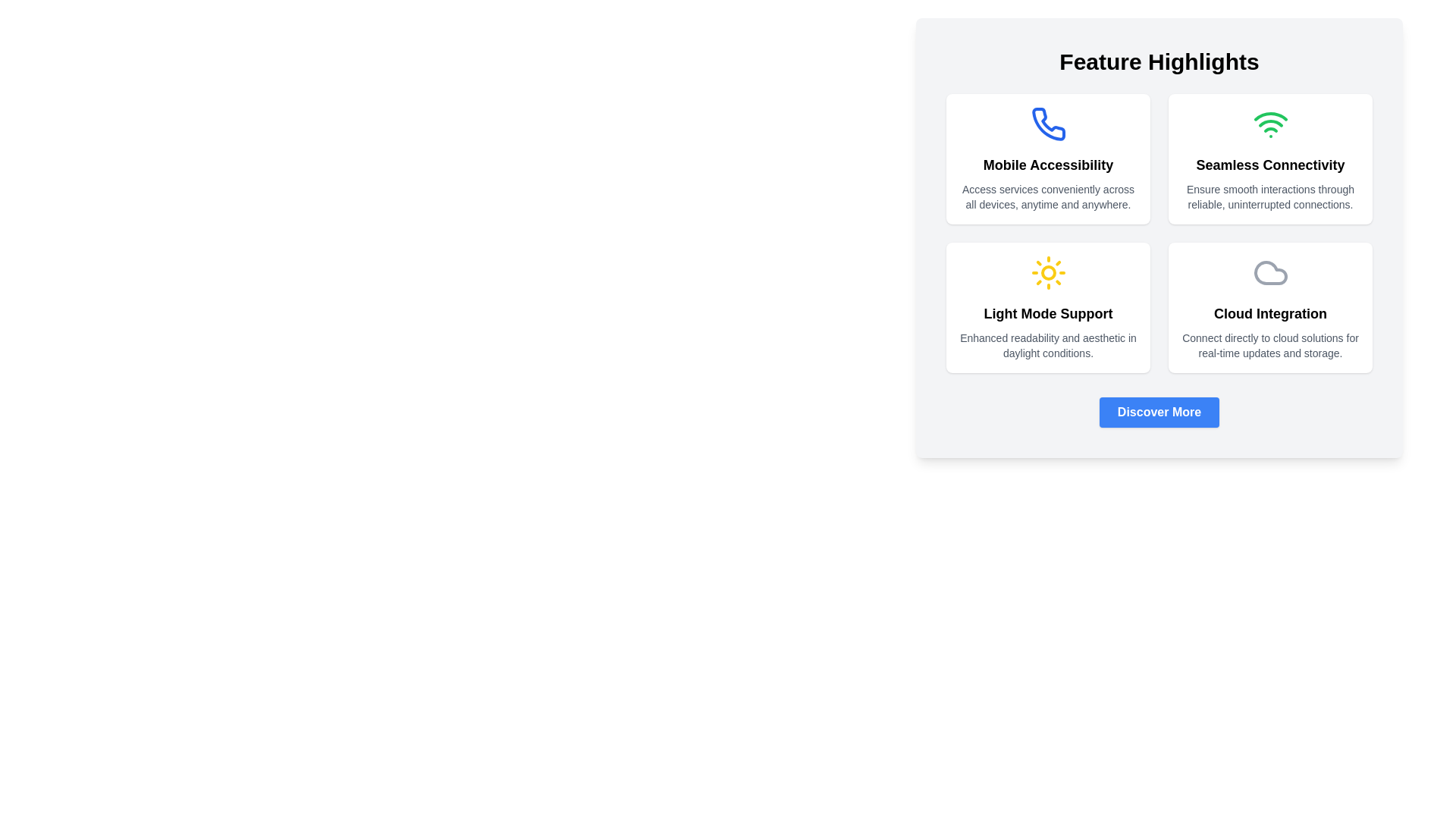 This screenshot has height=819, width=1456. What do you see at coordinates (1047, 123) in the screenshot?
I see `the SVG graphic that represents a telephone, located in the 'Mobile Accessibility' section of the interface` at bounding box center [1047, 123].